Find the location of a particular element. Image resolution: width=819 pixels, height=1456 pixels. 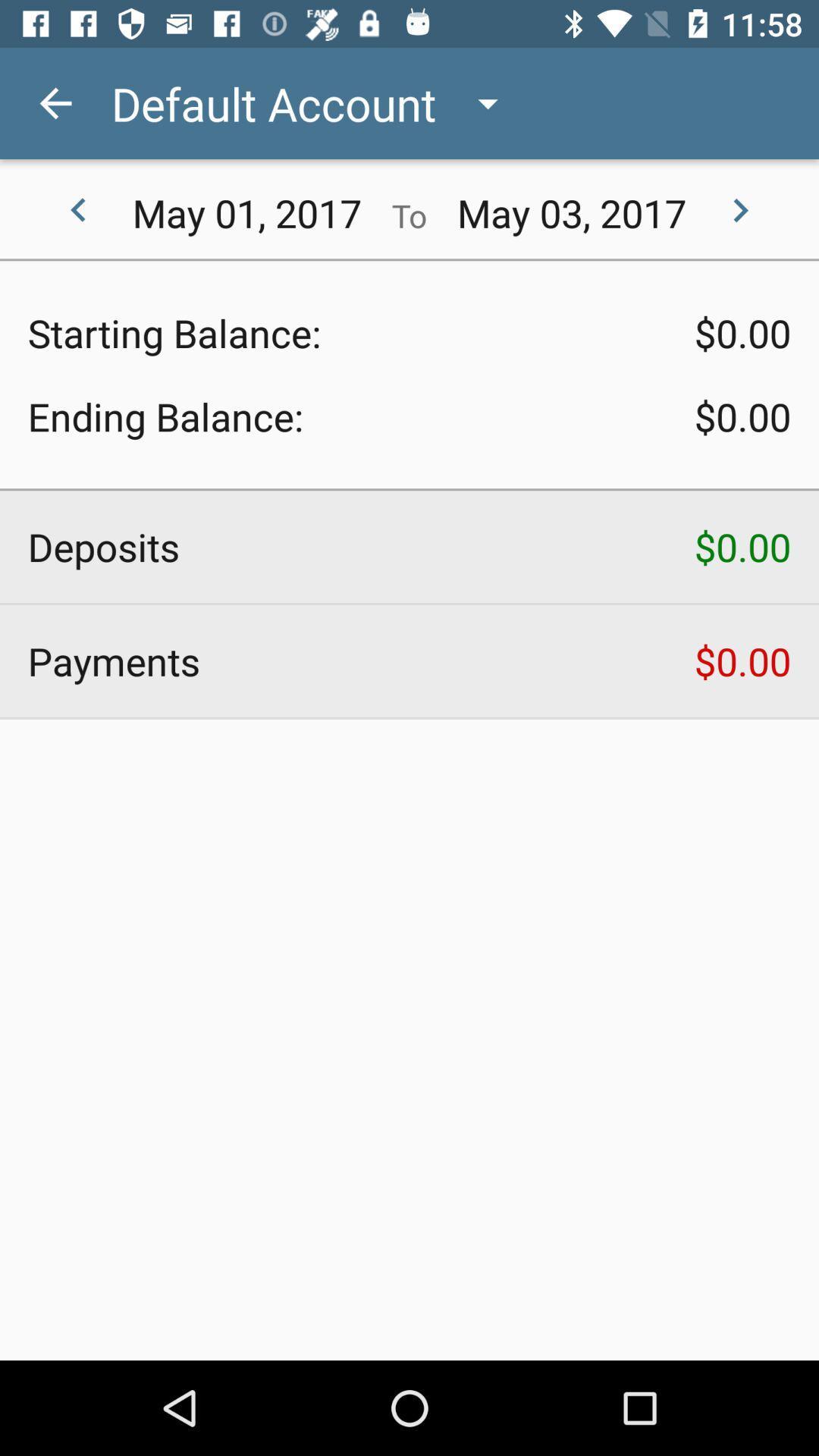

the arrow_backward icon is located at coordinates (78, 210).